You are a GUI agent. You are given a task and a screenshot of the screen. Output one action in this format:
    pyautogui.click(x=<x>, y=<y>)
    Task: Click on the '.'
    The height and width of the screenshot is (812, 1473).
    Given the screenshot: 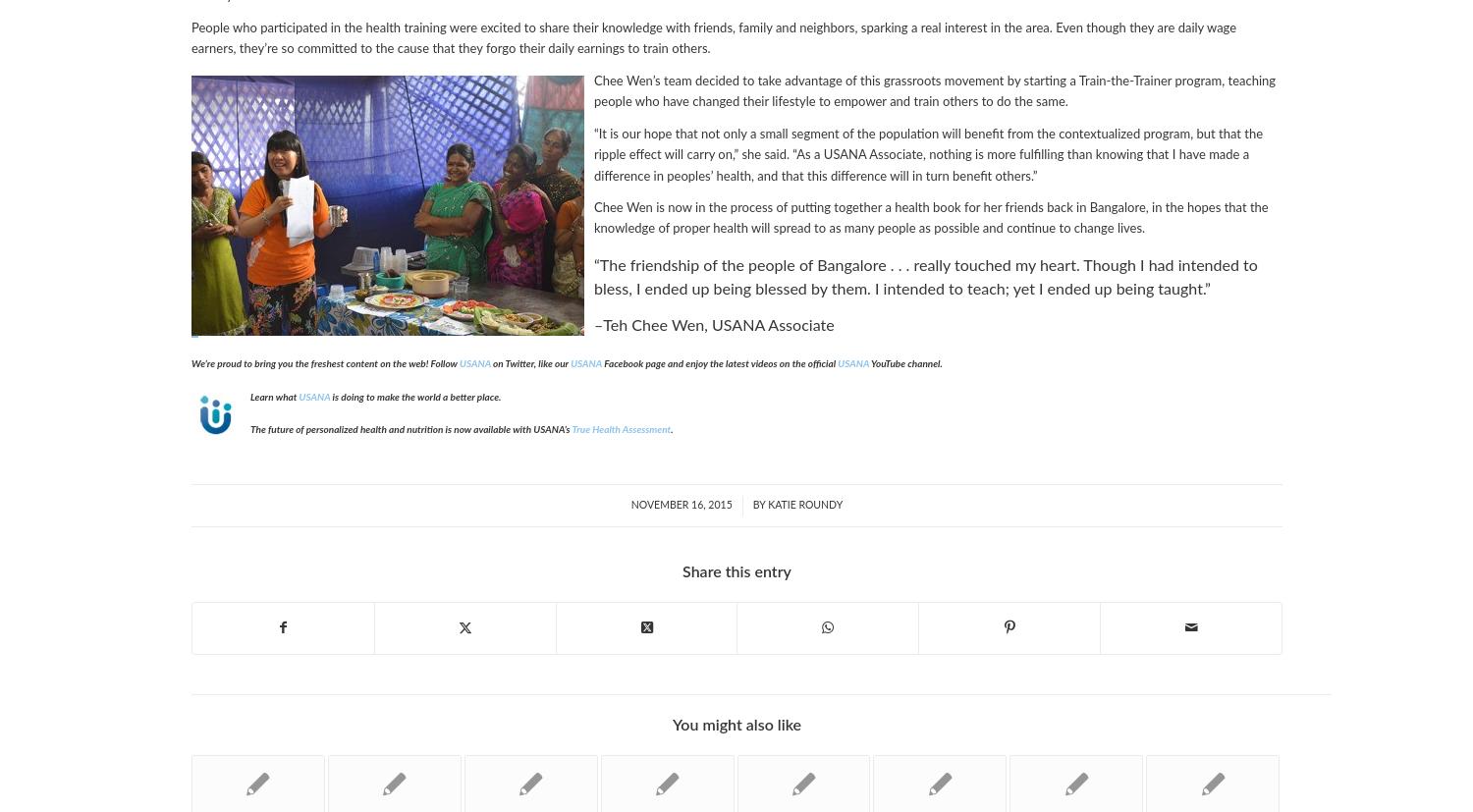 What is the action you would take?
    pyautogui.click(x=672, y=428)
    